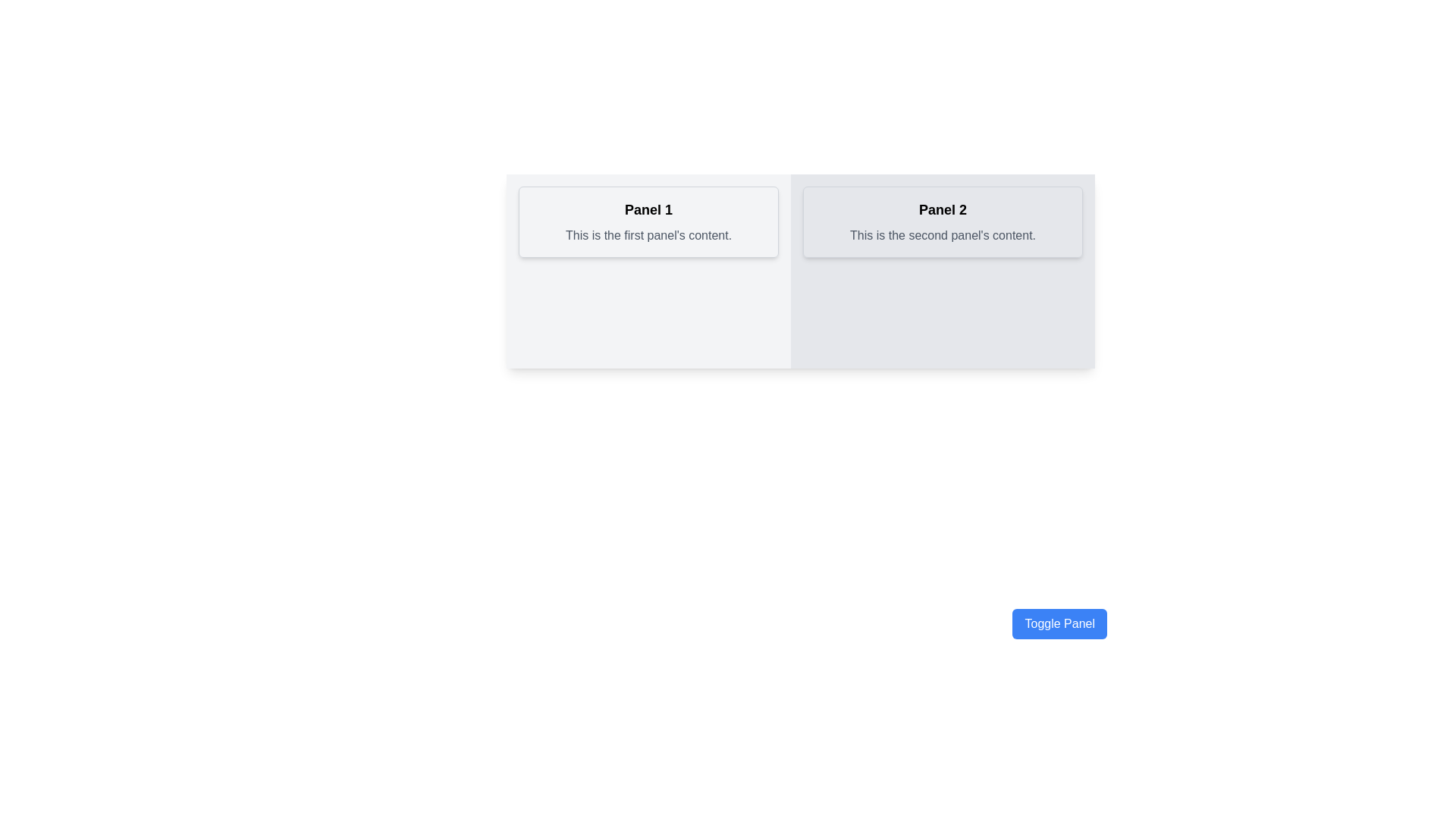 The height and width of the screenshot is (819, 1456). Describe the element at coordinates (648, 236) in the screenshot. I see `the text element displaying information in 'Panel 1' located below the title of the panel` at that location.